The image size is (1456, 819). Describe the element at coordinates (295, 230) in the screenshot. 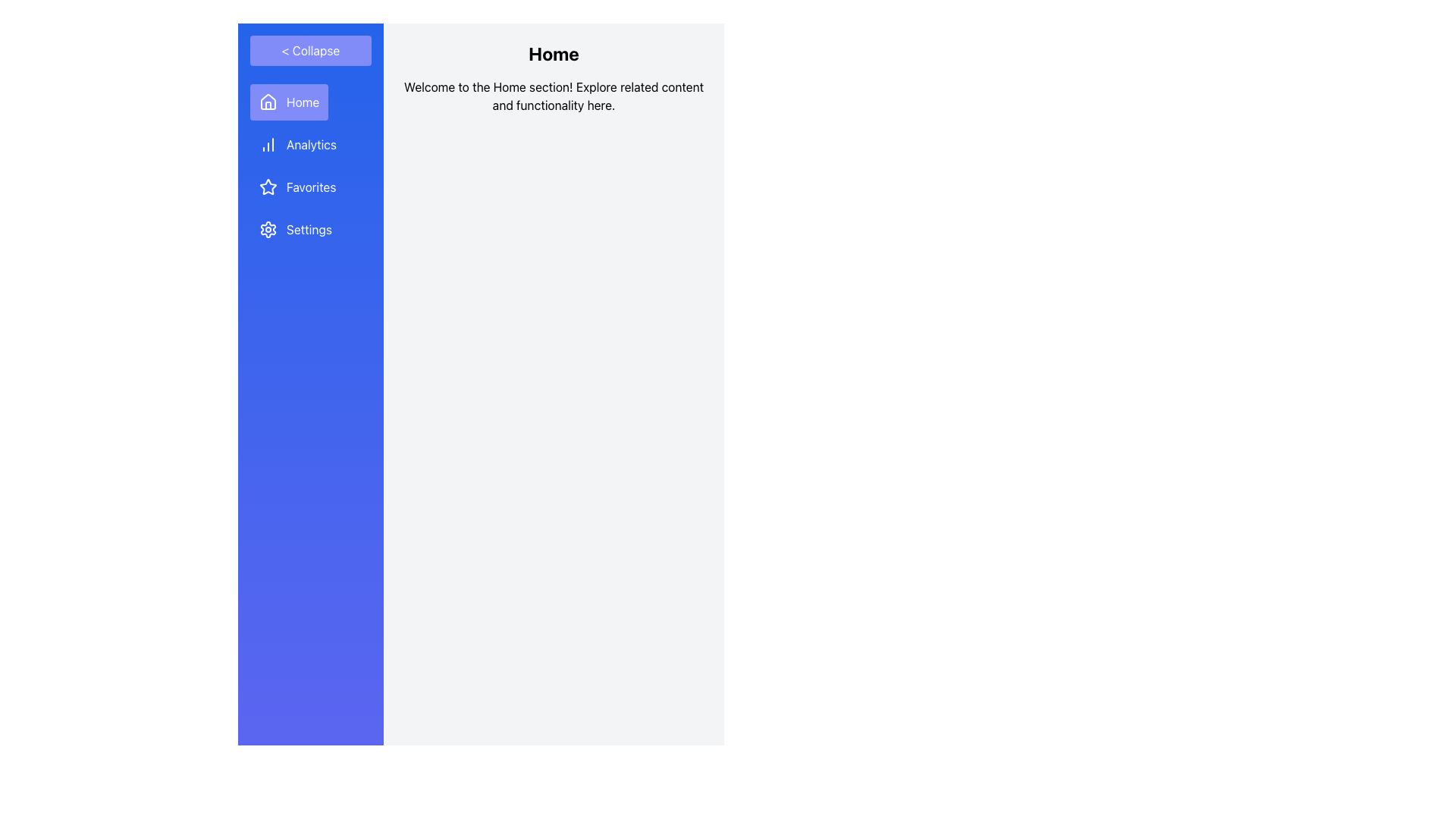

I see `the 'Settings' button in the sidebar` at that location.